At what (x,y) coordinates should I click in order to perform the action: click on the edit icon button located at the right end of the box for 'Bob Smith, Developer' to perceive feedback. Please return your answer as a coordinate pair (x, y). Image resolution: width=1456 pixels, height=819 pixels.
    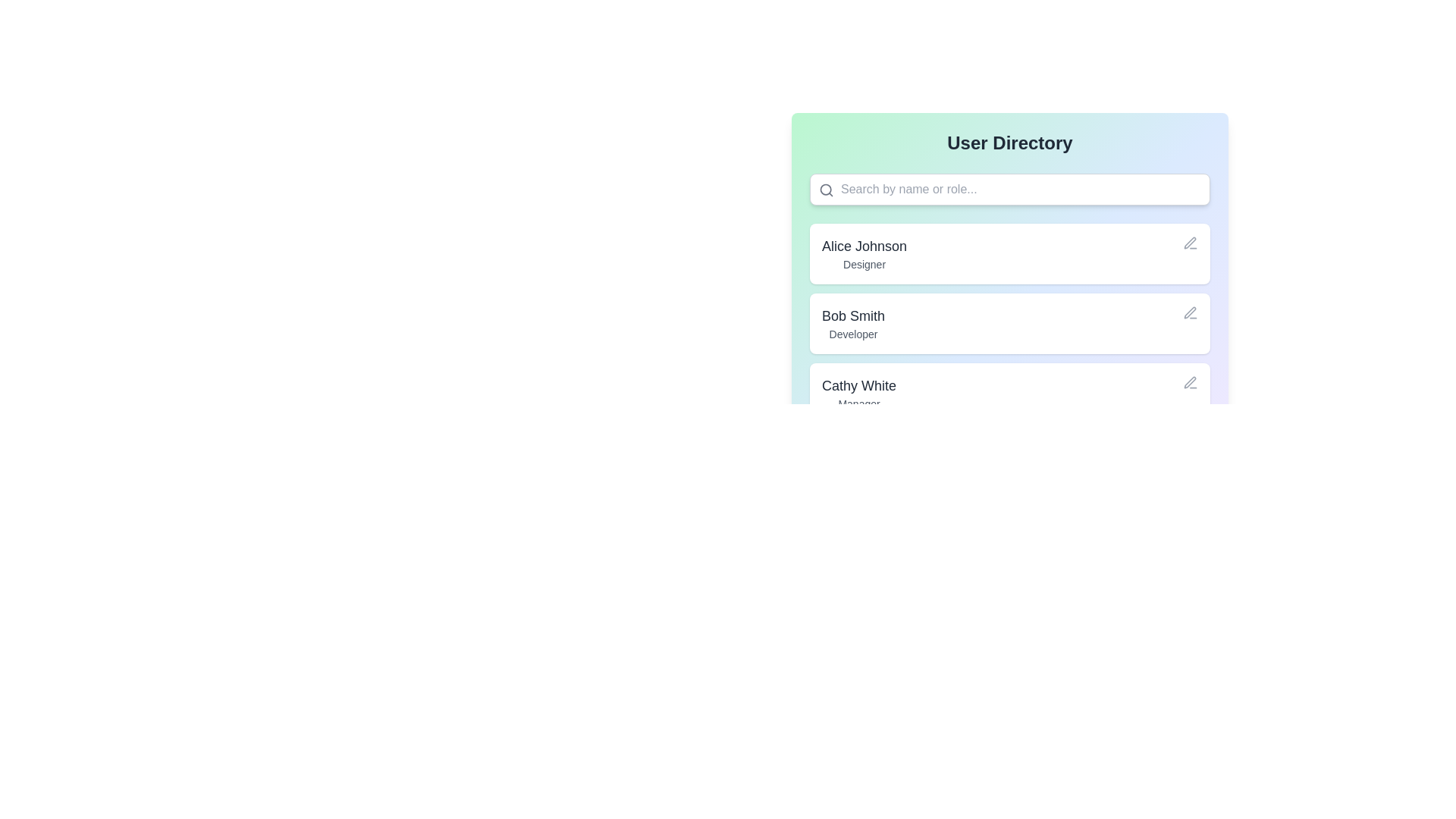
    Looking at the image, I should click on (1189, 312).